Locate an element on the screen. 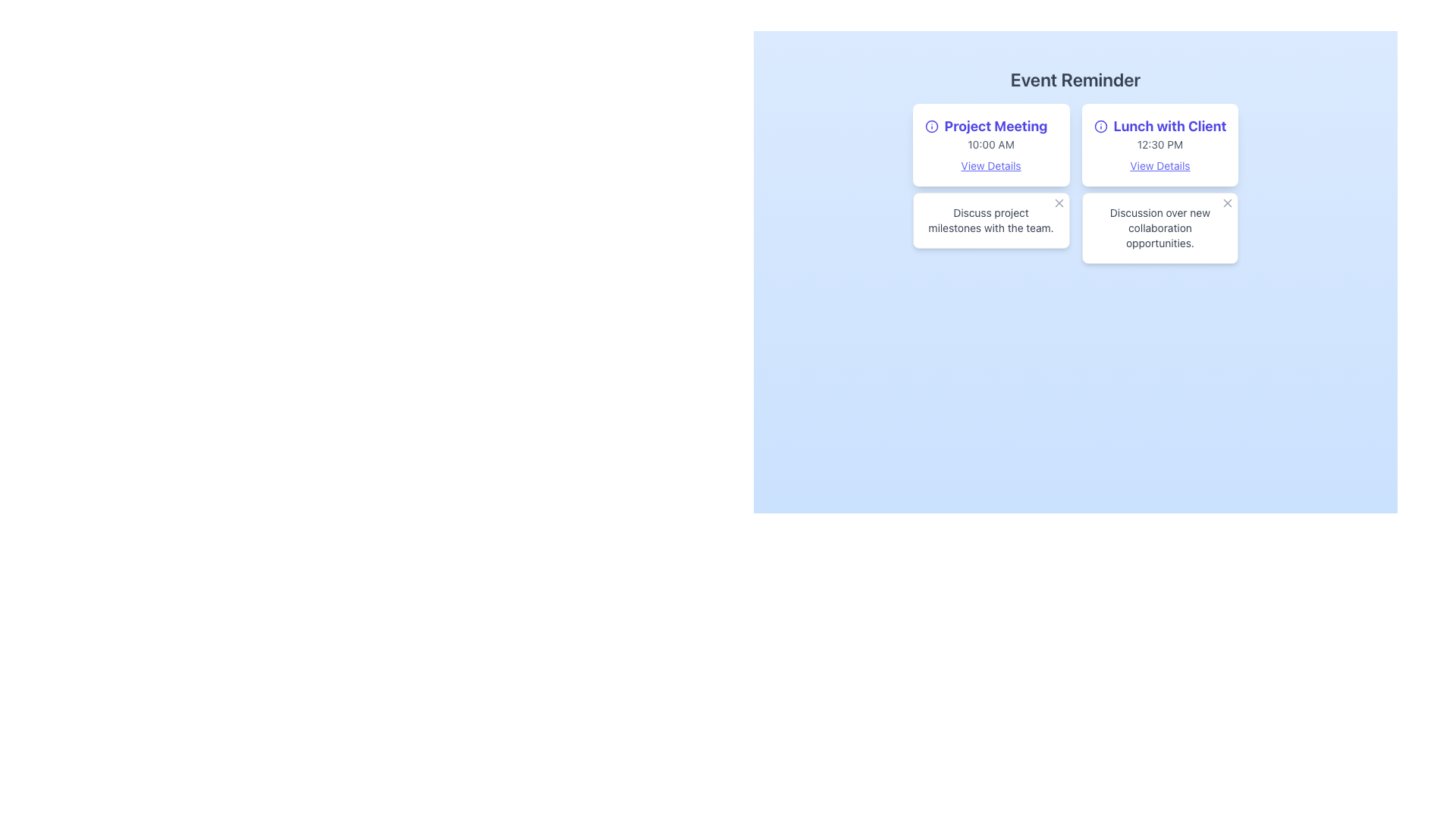 The image size is (1456, 819). the Static Text element displaying '10:00 AM', which is located beneath the 'Project Meeting' title and above the 'View Details' link in the first event box is located at coordinates (990, 145).